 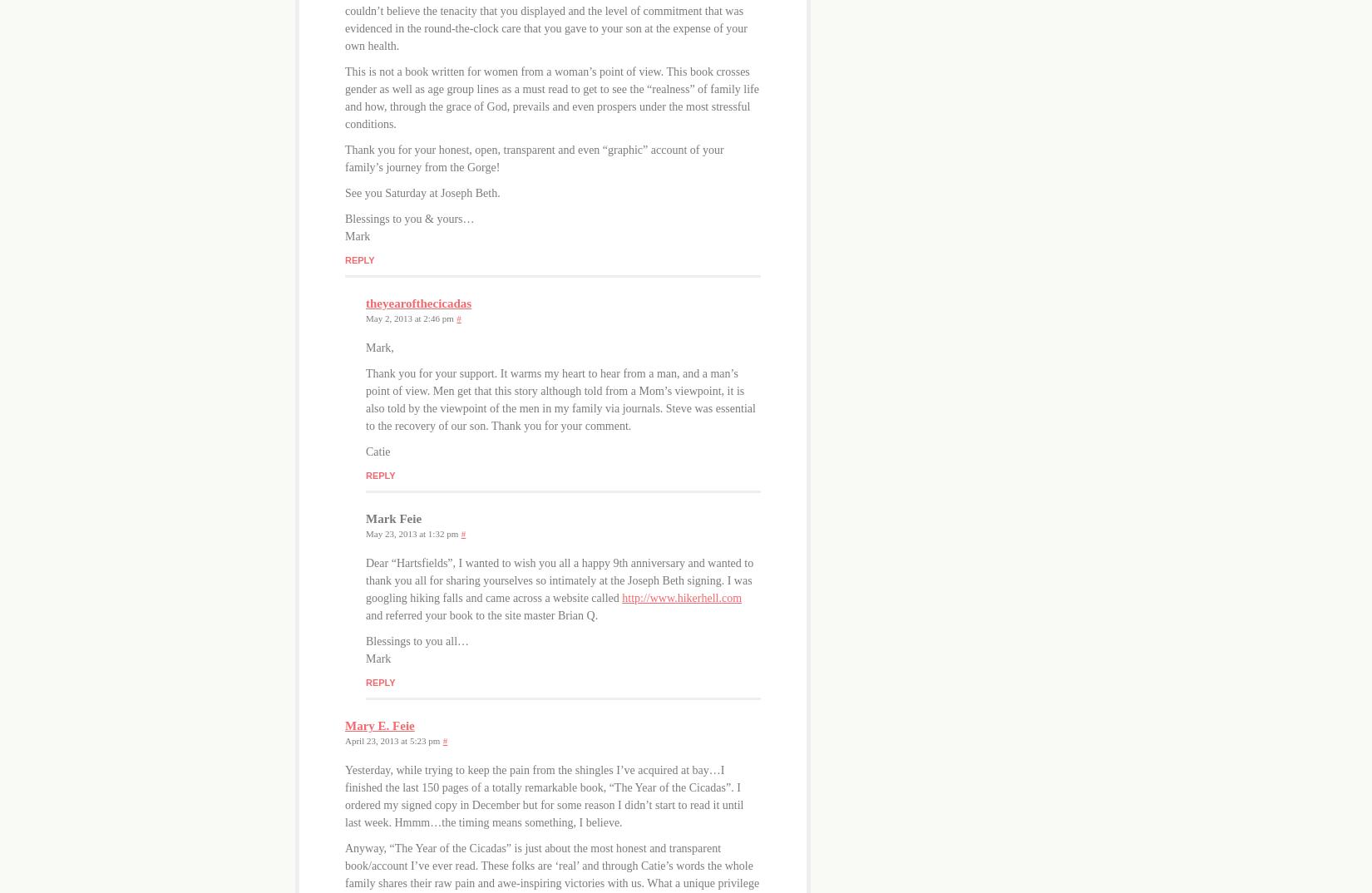 What do you see at coordinates (343, 96) in the screenshot?
I see `'This is not a book written for women from a woman’s point of view.  This book crosses gender as well as age group lines as a must read to get to see the “realness” of family life and how, through the grace of God, prevails and even prospers under the most stressful conditions.'` at bounding box center [343, 96].